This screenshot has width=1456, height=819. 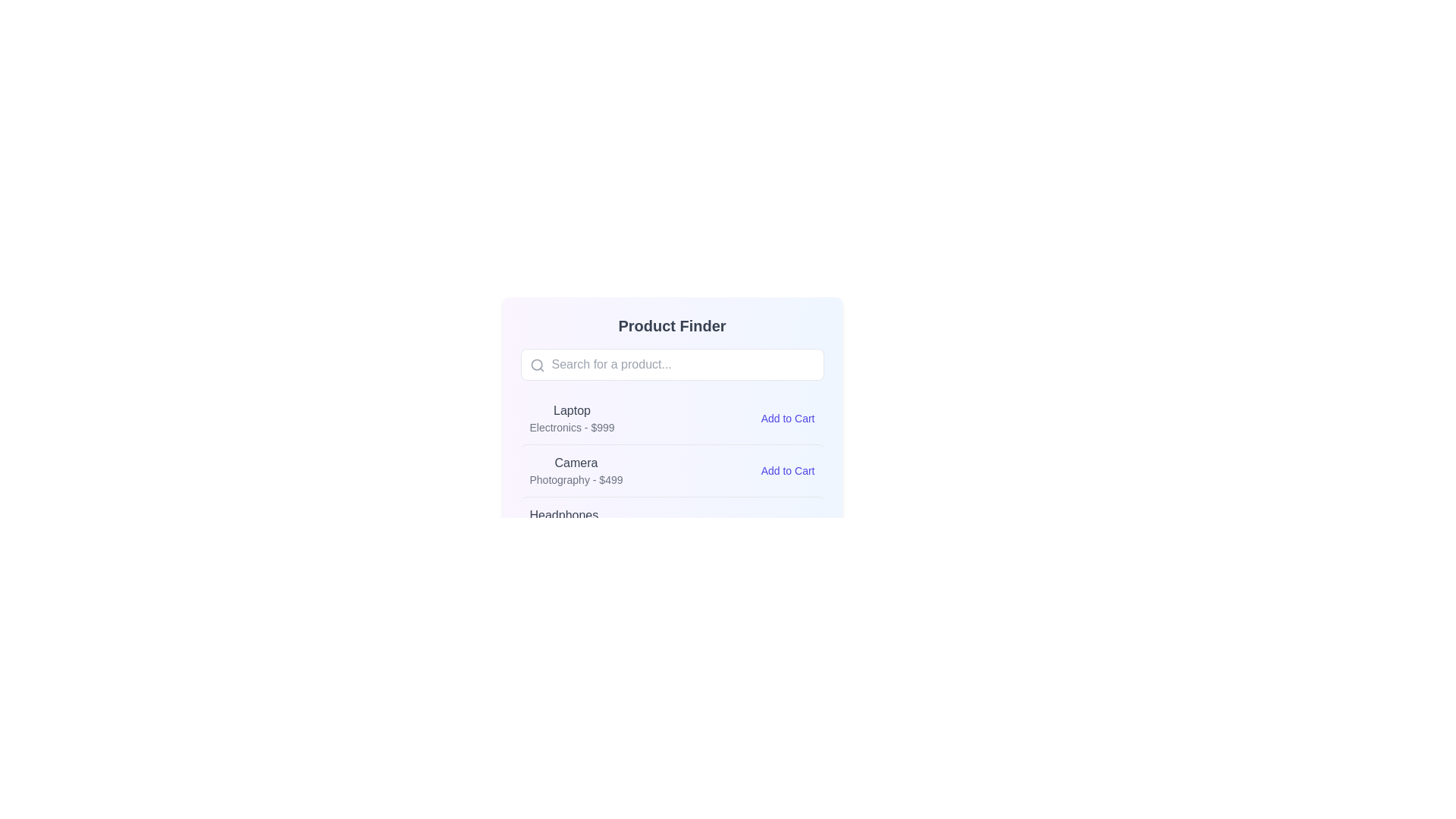 I want to click on the 'Camera' text label which is a medium-sized gray label positioned in the 'Product Finder' interface, situated between 'Laptop' and 'Headphones', so click(x=575, y=462).